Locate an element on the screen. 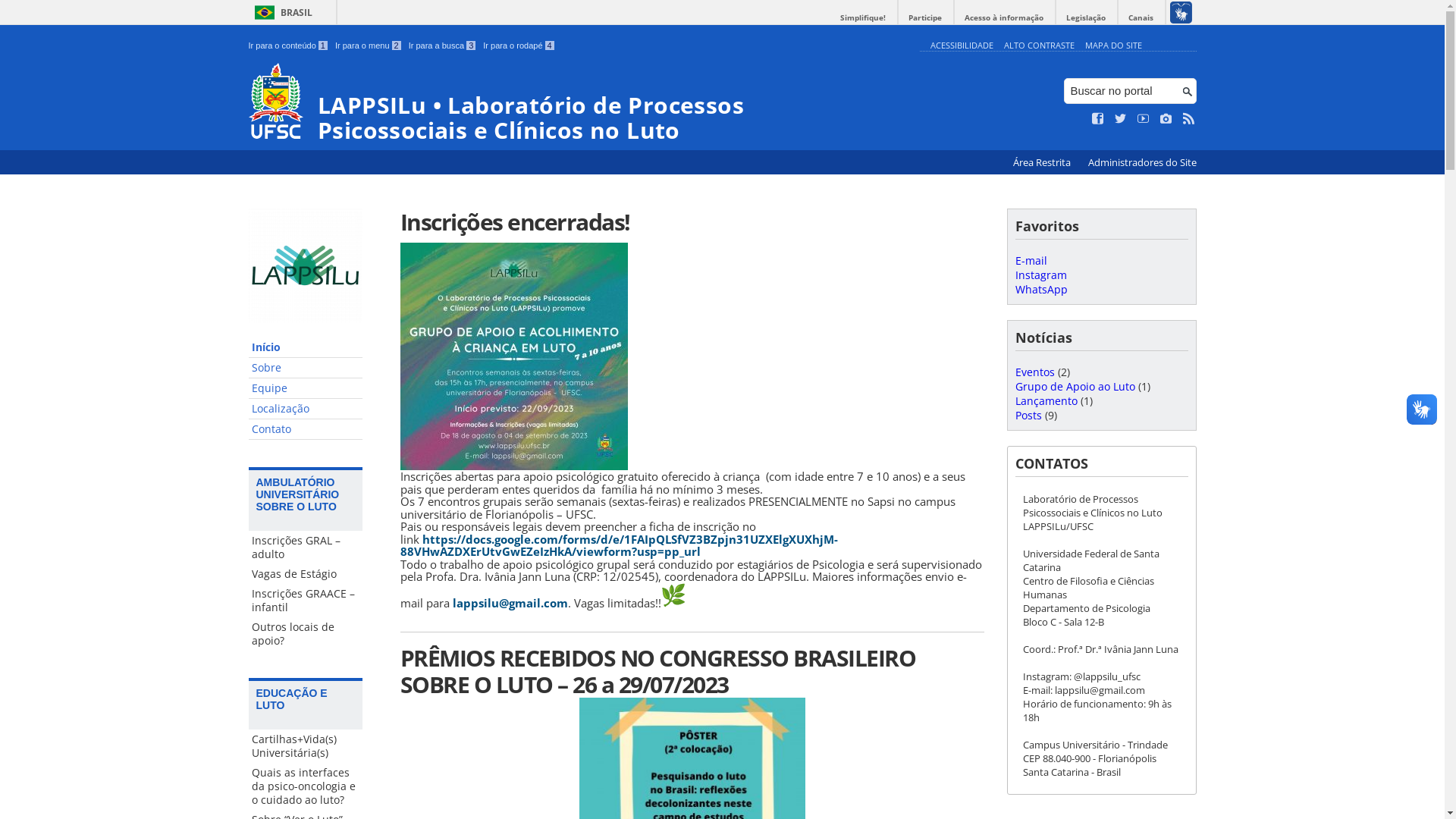 The width and height of the screenshot is (1456, 819). 'Curta no Facebook' is located at coordinates (1098, 118).